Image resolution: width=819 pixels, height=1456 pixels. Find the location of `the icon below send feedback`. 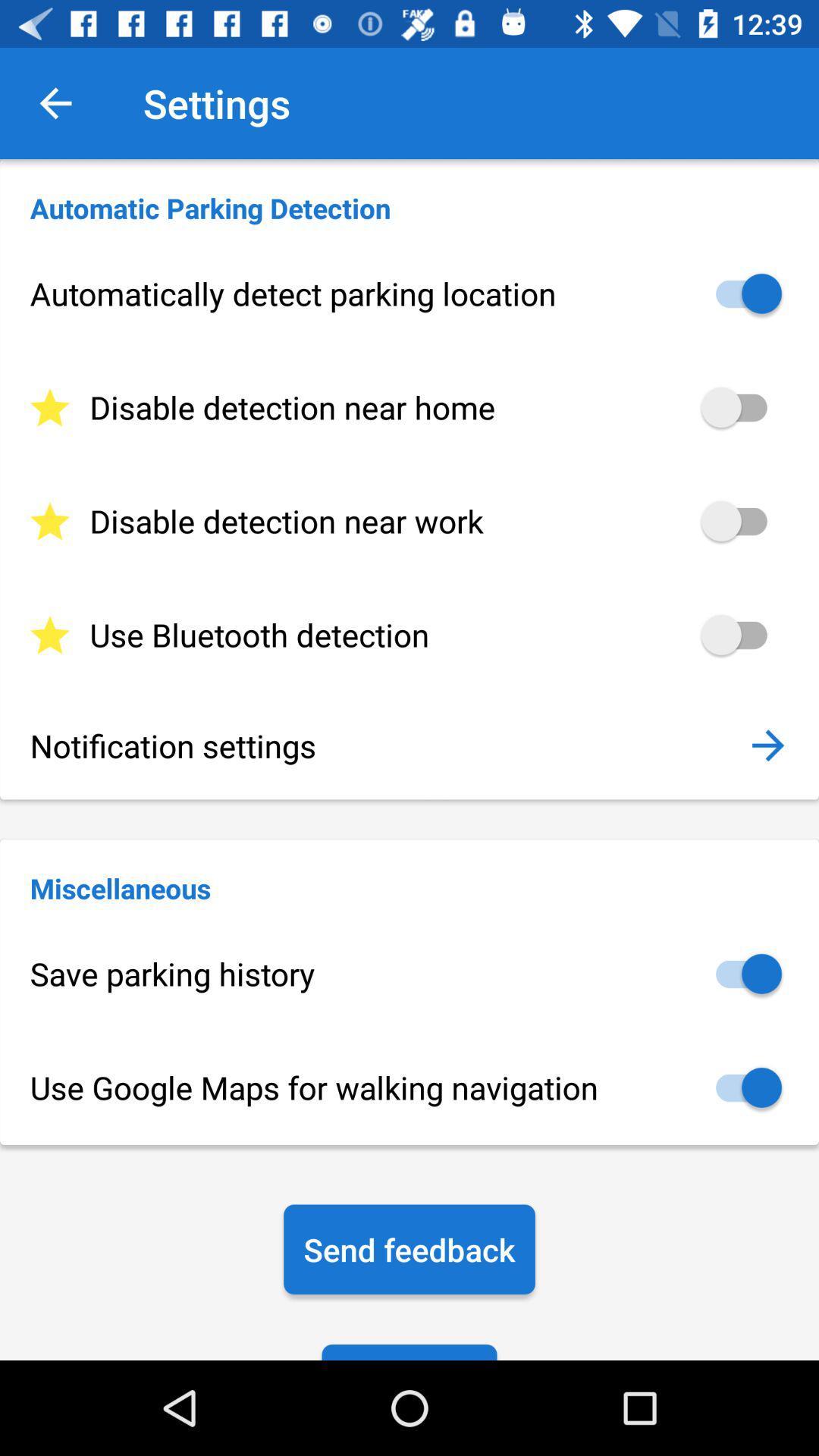

the icon below send feedback is located at coordinates (409, 1352).